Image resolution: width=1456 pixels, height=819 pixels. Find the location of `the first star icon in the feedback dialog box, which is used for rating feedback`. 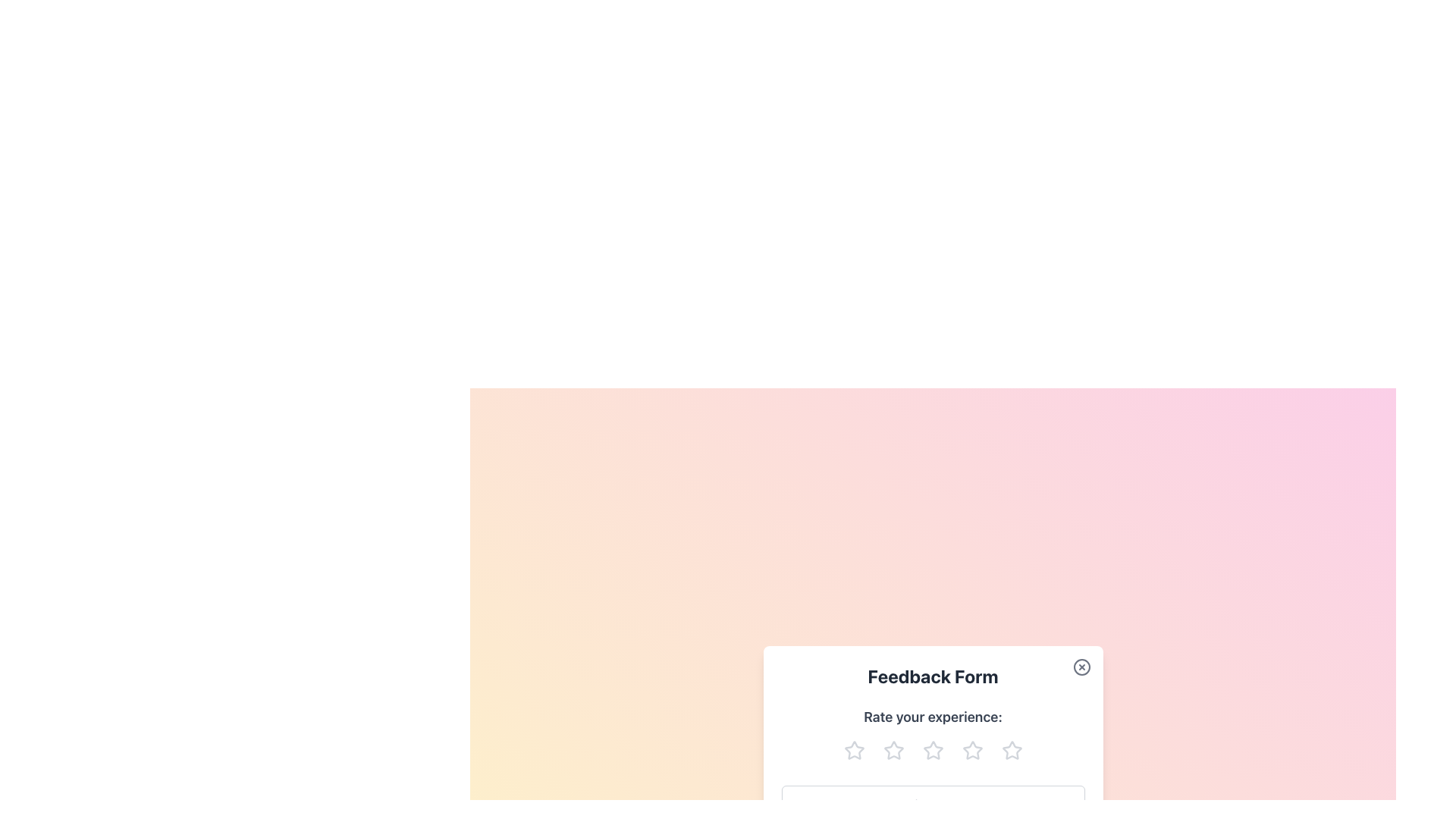

the first star icon in the feedback dialog box, which is used for rating feedback is located at coordinates (854, 751).